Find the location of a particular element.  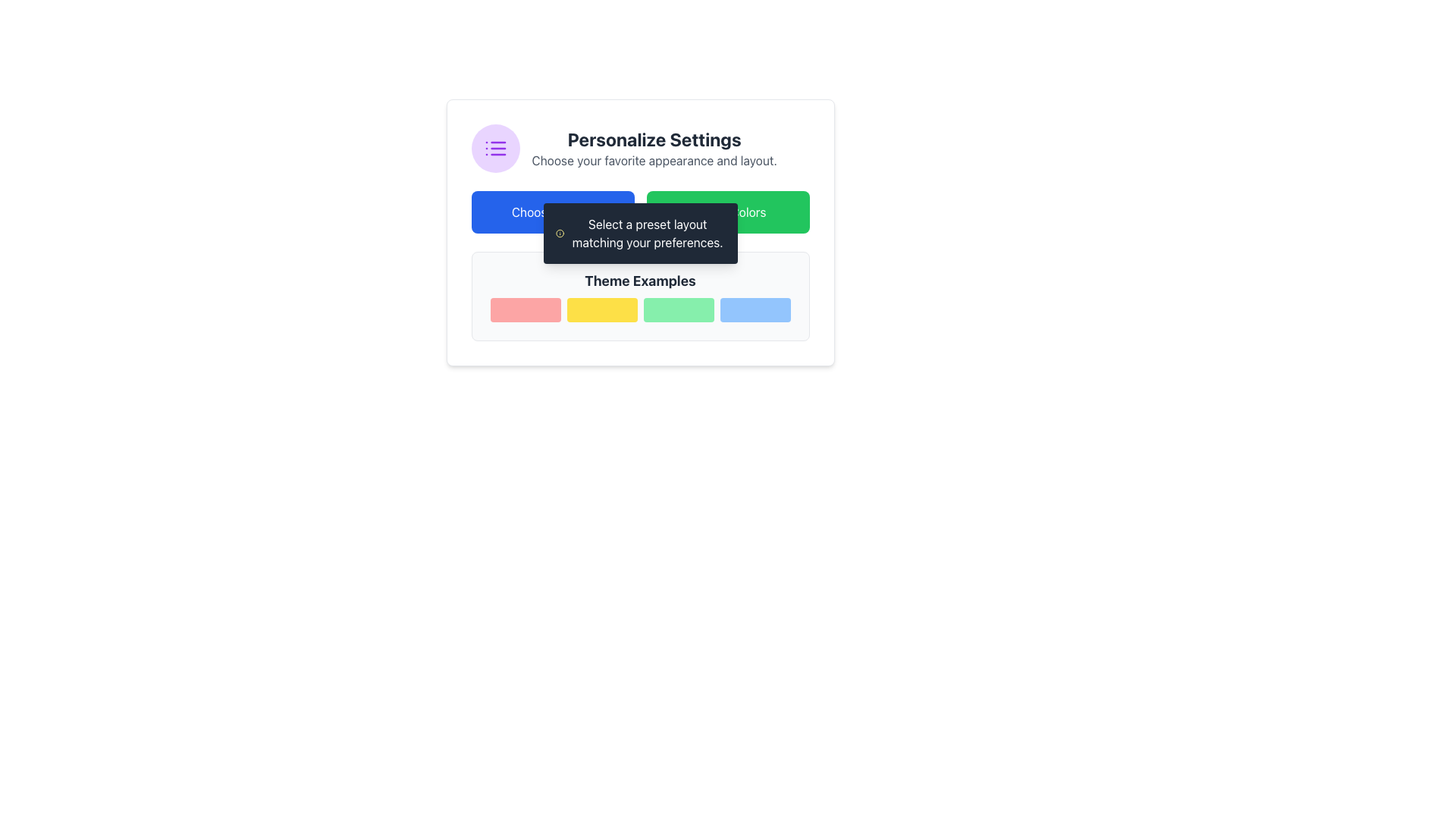

the Informational Header that says 'Personalize Settings' with subtext 'Choose your favorite appearance and layout.' is located at coordinates (640, 149).